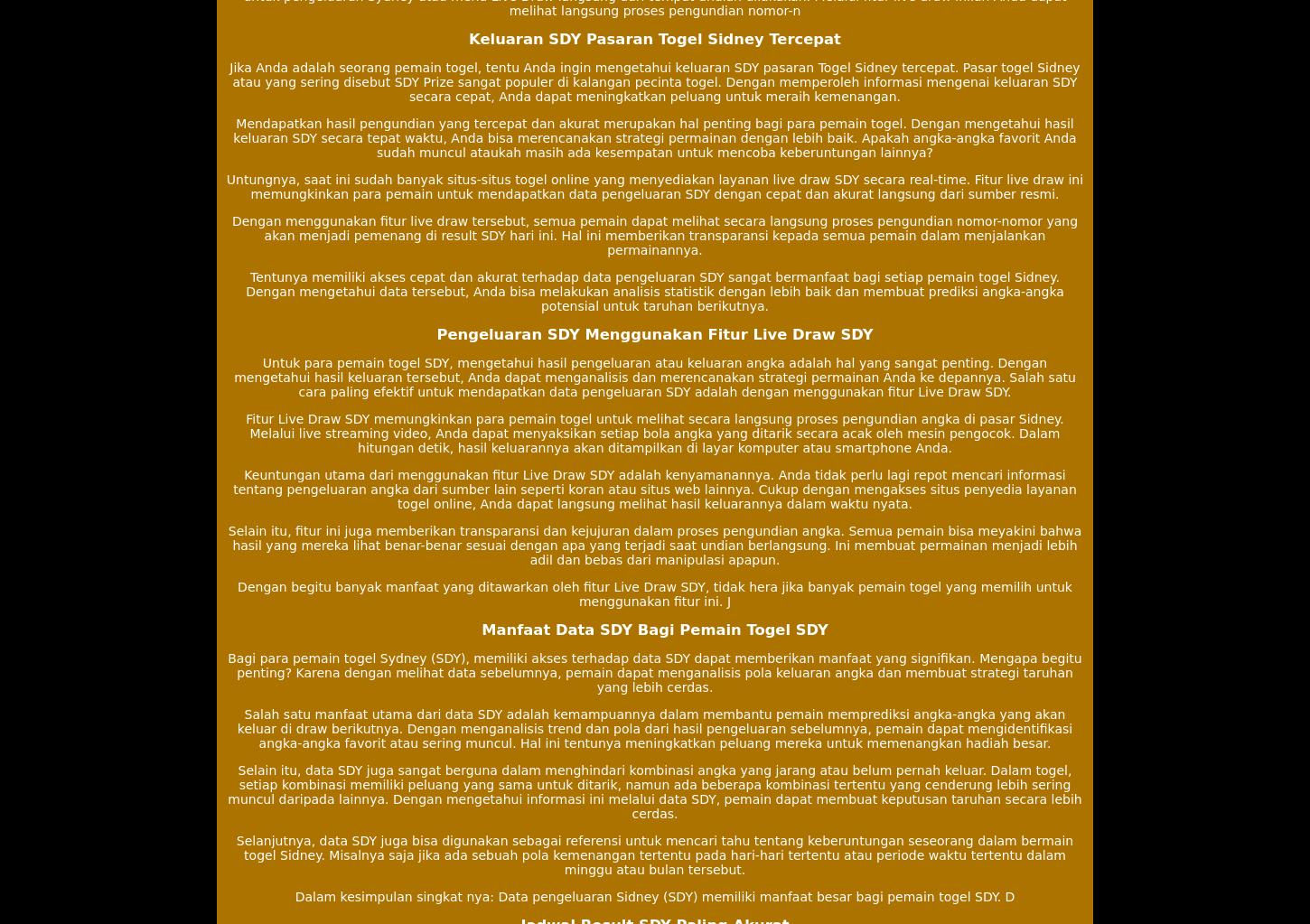  What do you see at coordinates (653, 672) in the screenshot?
I see `'Bagi para pemain togel Sydney (SDY), memiliki akses terhadap data SDY dapat memberikan manfaat yang signifikan. Mengapa begitu penting? Karena dengan melihat data sebelumnya, pemain dapat menganalisis pola keluaran angka dan membuat strategi taruhan yang lebih cerdas.'` at bounding box center [653, 672].